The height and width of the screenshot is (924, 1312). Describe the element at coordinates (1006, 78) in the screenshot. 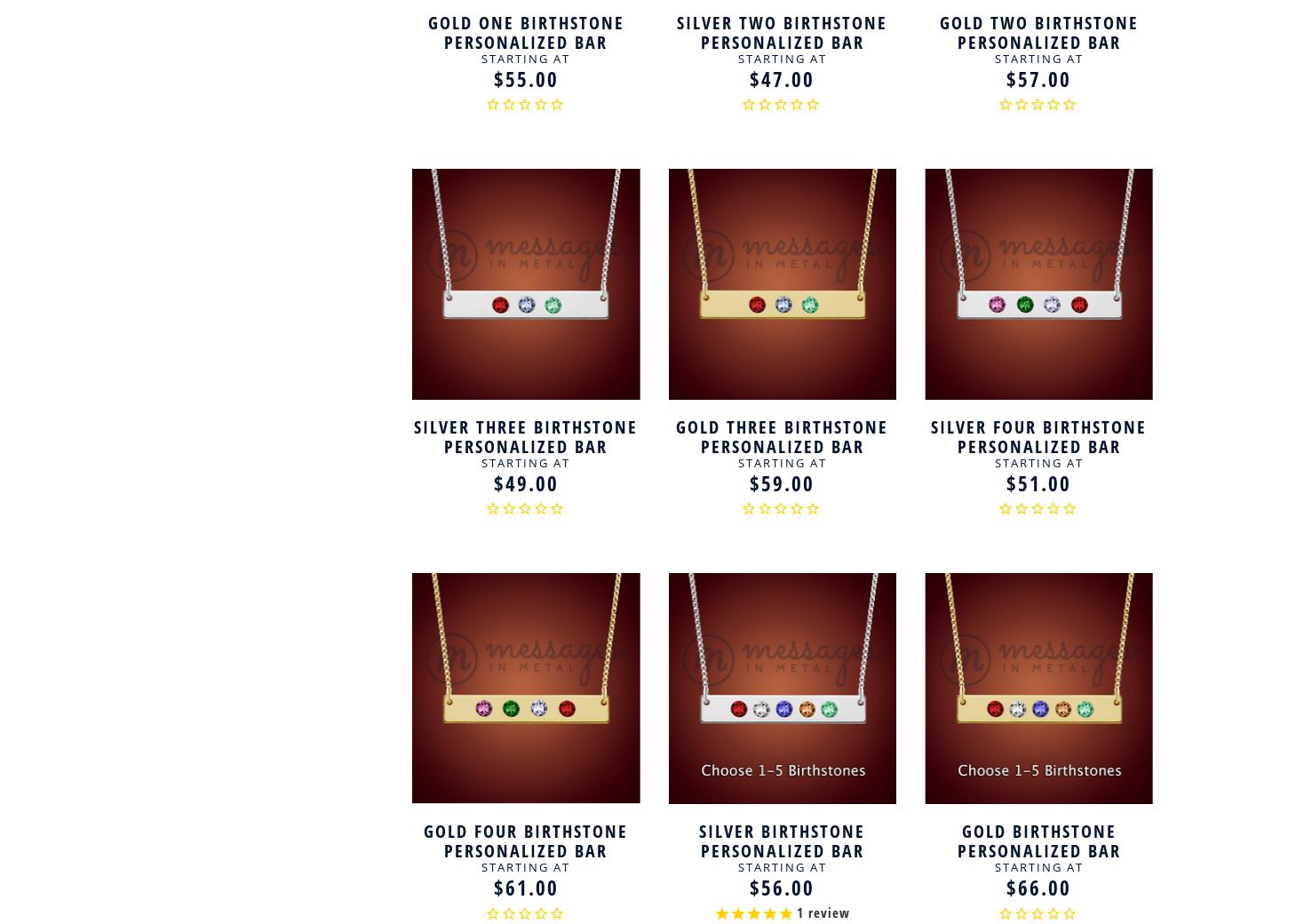

I see `'$57.00'` at that location.